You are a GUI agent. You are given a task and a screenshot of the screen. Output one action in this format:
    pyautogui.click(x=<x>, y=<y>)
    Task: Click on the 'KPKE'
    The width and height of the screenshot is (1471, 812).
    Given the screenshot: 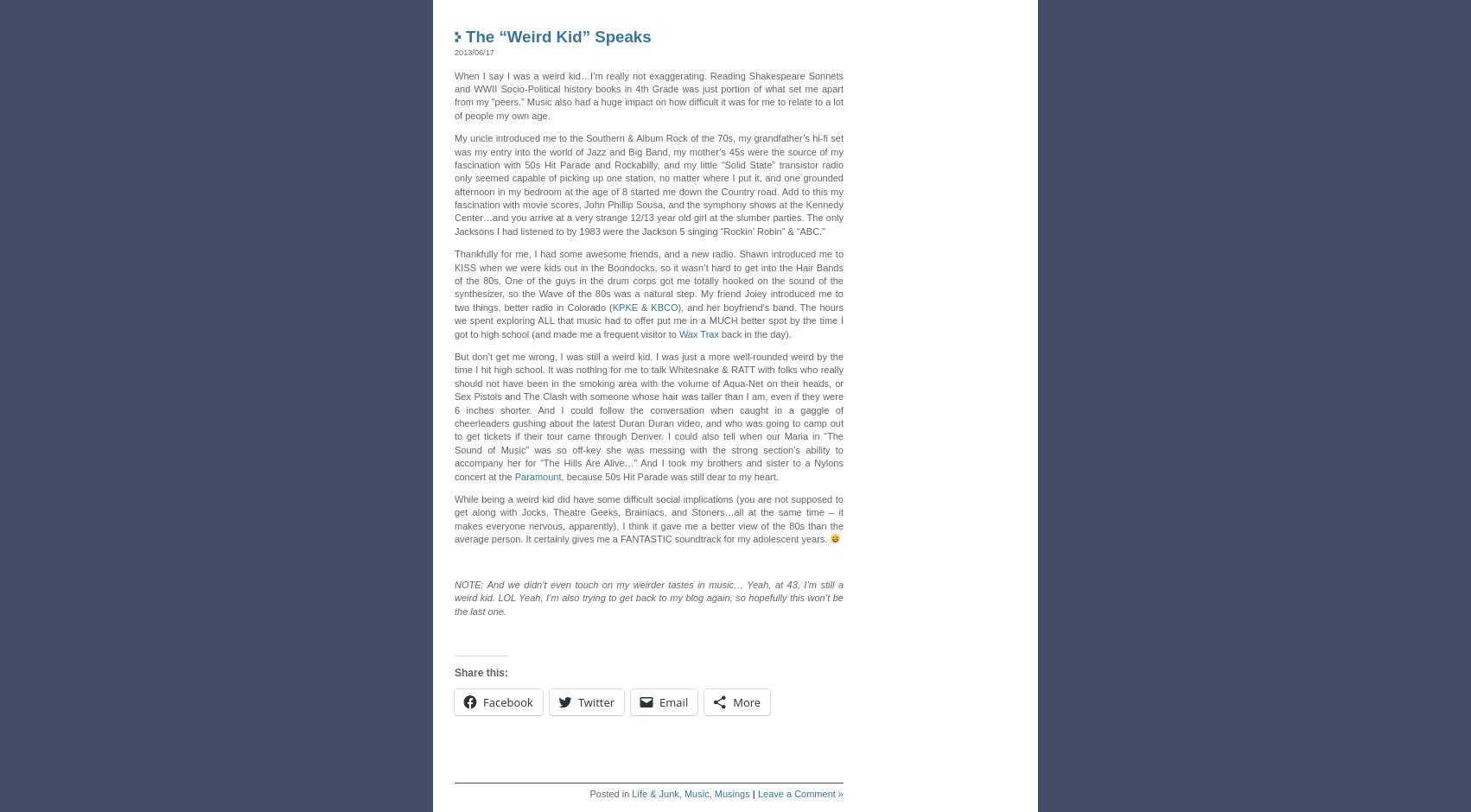 What is the action you would take?
    pyautogui.click(x=624, y=306)
    